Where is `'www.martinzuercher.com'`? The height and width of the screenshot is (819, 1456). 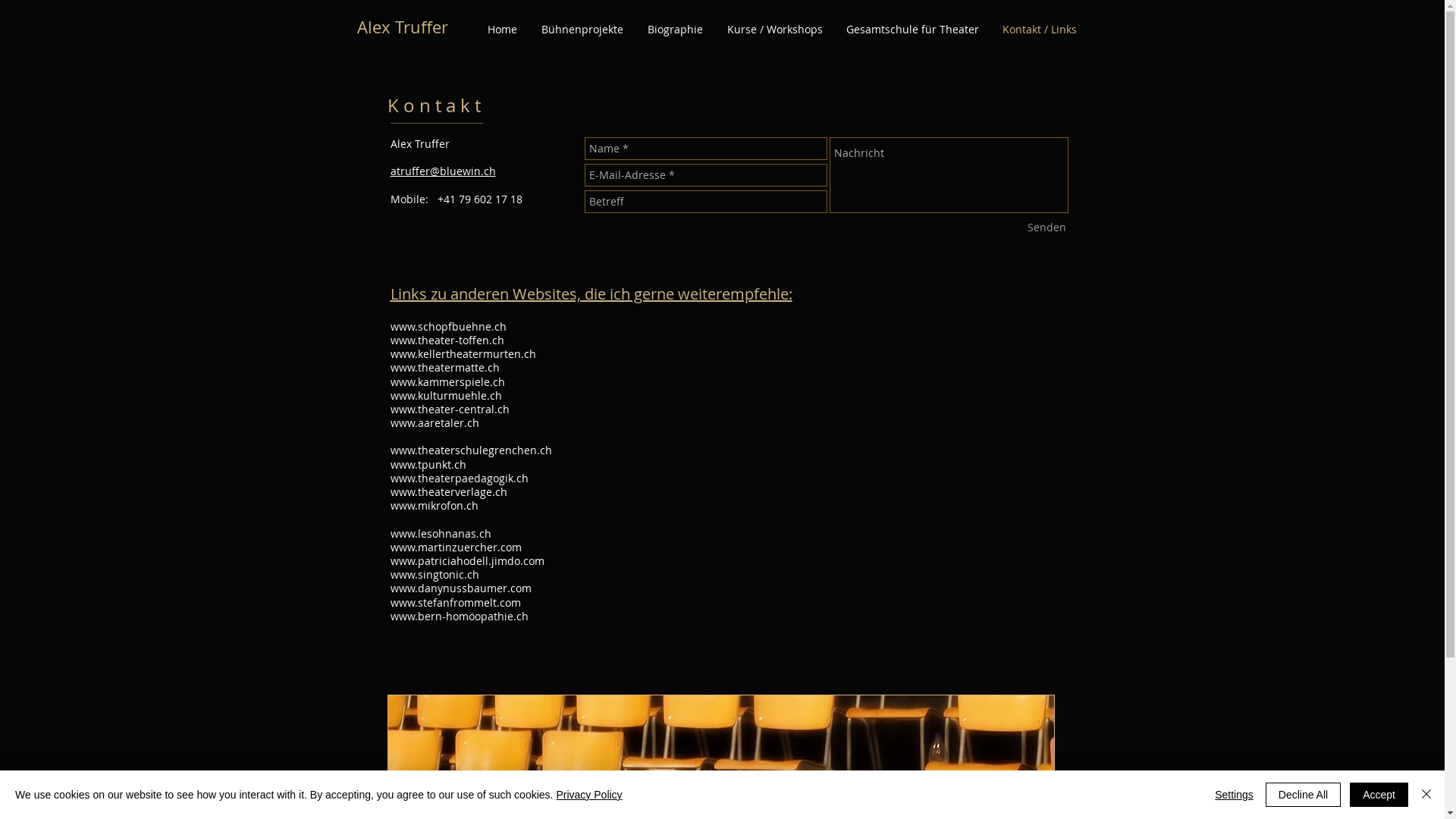
'www.martinzuercher.com' is located at coordinates (454, 547).